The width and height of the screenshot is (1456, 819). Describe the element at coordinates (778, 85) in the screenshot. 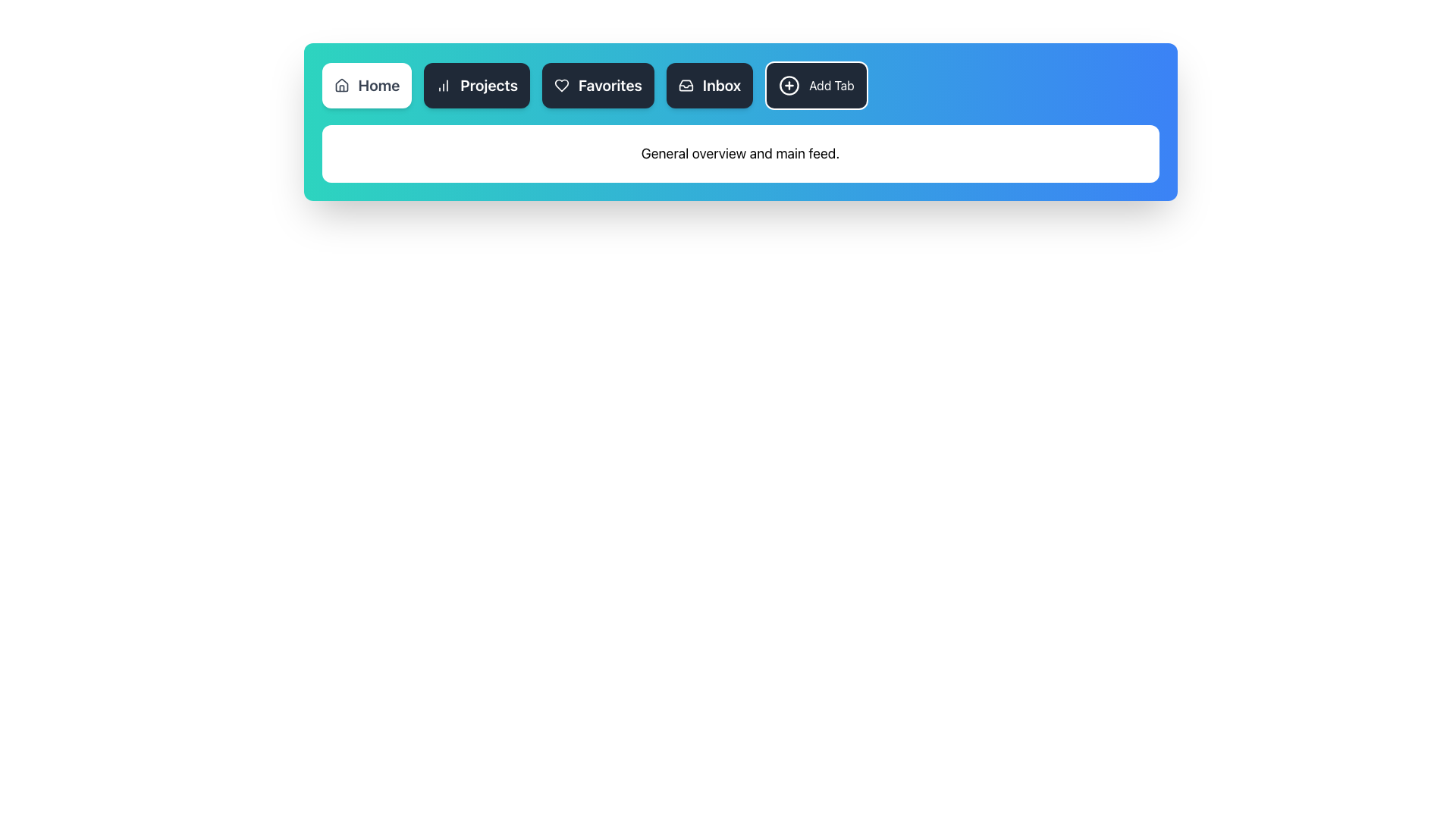

I see `across the buttons of the Navigation Toolbar located at the upper section of the interface, which includes buttons for 'Home', 'Projects', 'Favorites', 'Inbox', and 'Add Tab'` at that location.